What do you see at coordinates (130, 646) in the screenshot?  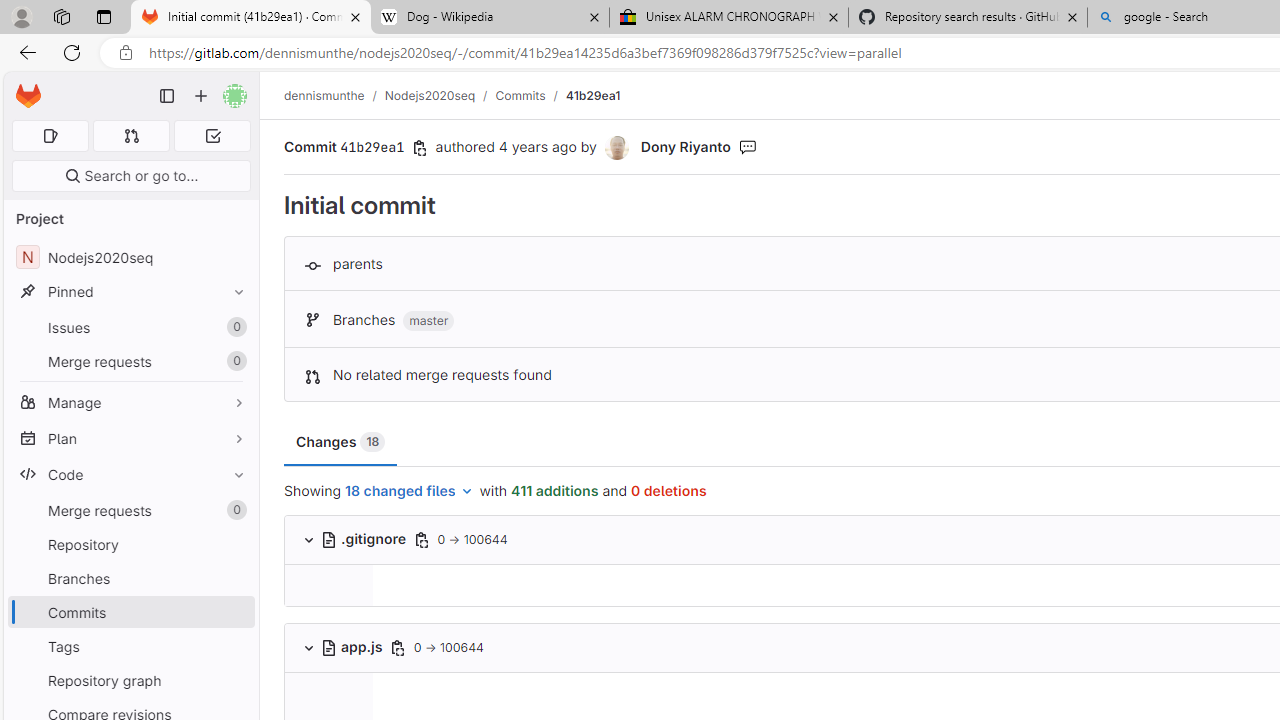 I see `'Tags'` at bounding box center [130, 646].